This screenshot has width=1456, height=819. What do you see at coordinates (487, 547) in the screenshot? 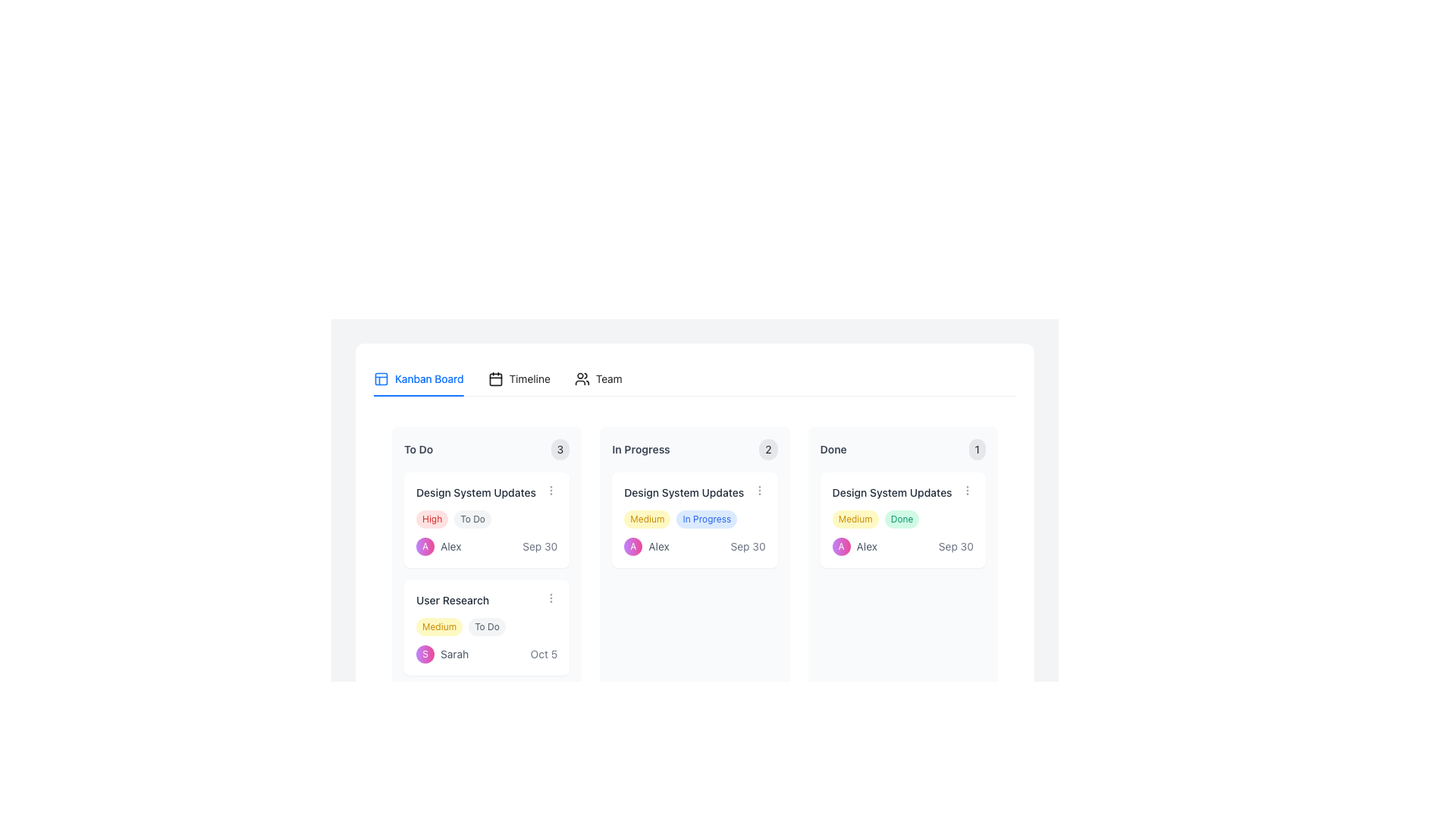
I see `the assignee name 'Alex' in the Information Display Group located at the bottom of the 'Design System Updates' card in the 'To Do' column of the Kanban board` at bounding box center [487, 547].